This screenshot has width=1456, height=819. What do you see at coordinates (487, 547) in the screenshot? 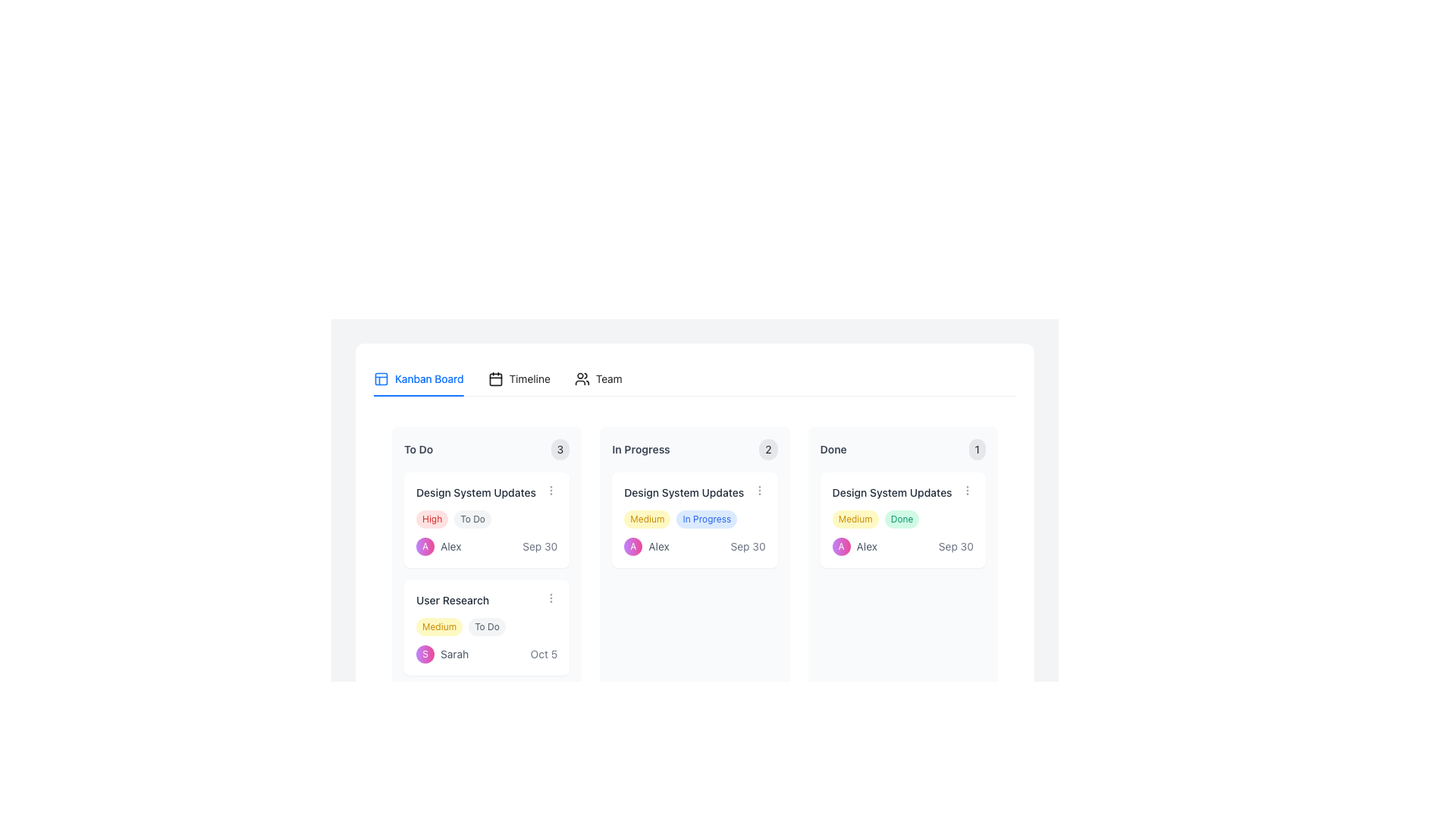
I see `the assignee name 'Alex' in the Information Display Group located at the bottom of the 'Design System Updates' card in the 'To Do' column of the Kanban board` at bounding box center [487, 547].